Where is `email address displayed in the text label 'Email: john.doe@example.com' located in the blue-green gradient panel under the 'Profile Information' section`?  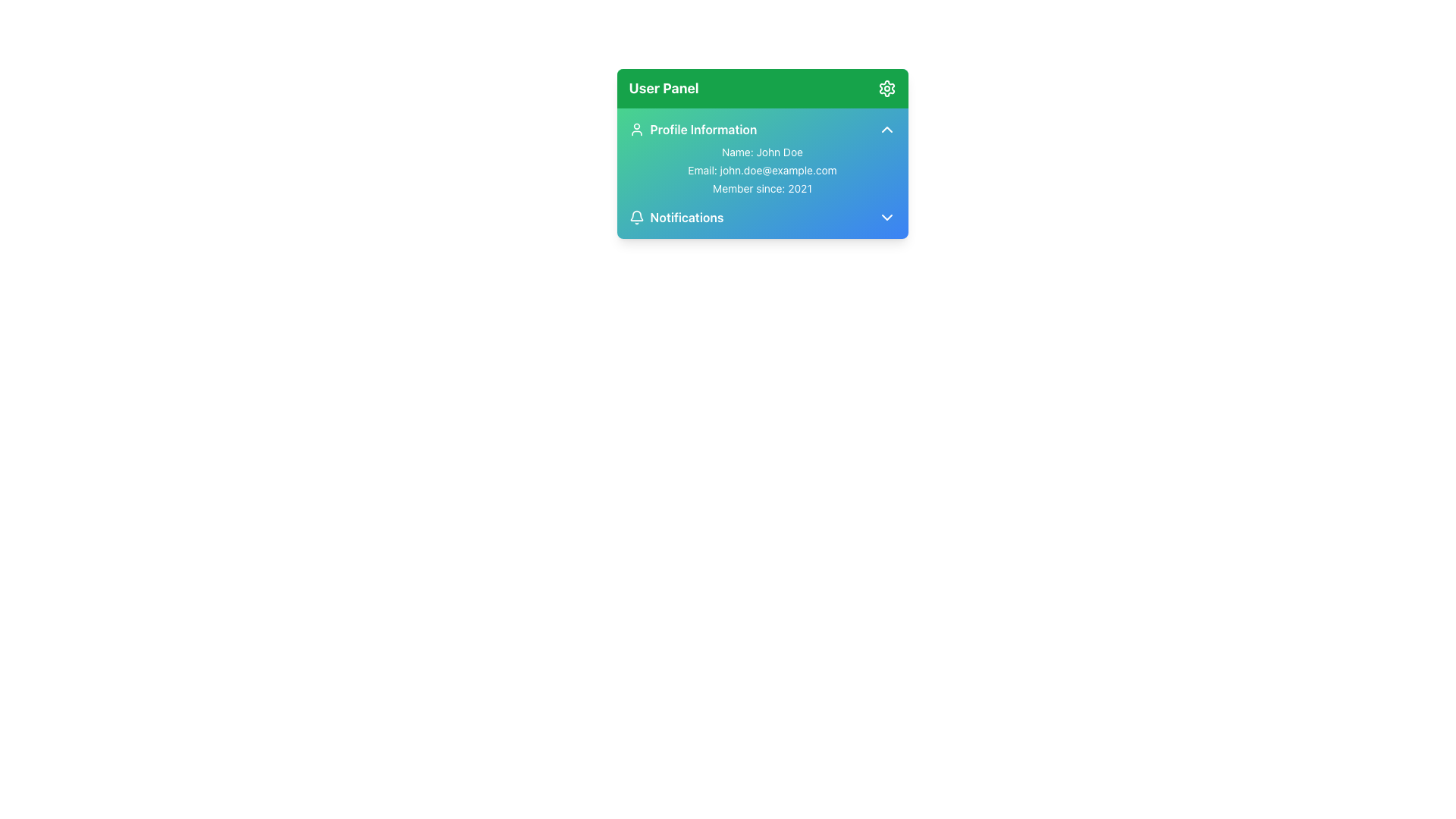
email address displayed in the text label 'Email: john.doe@example.com' located in the blue-green gradient panel under the 'Profile Information' section is located at coordinates (762, 170).